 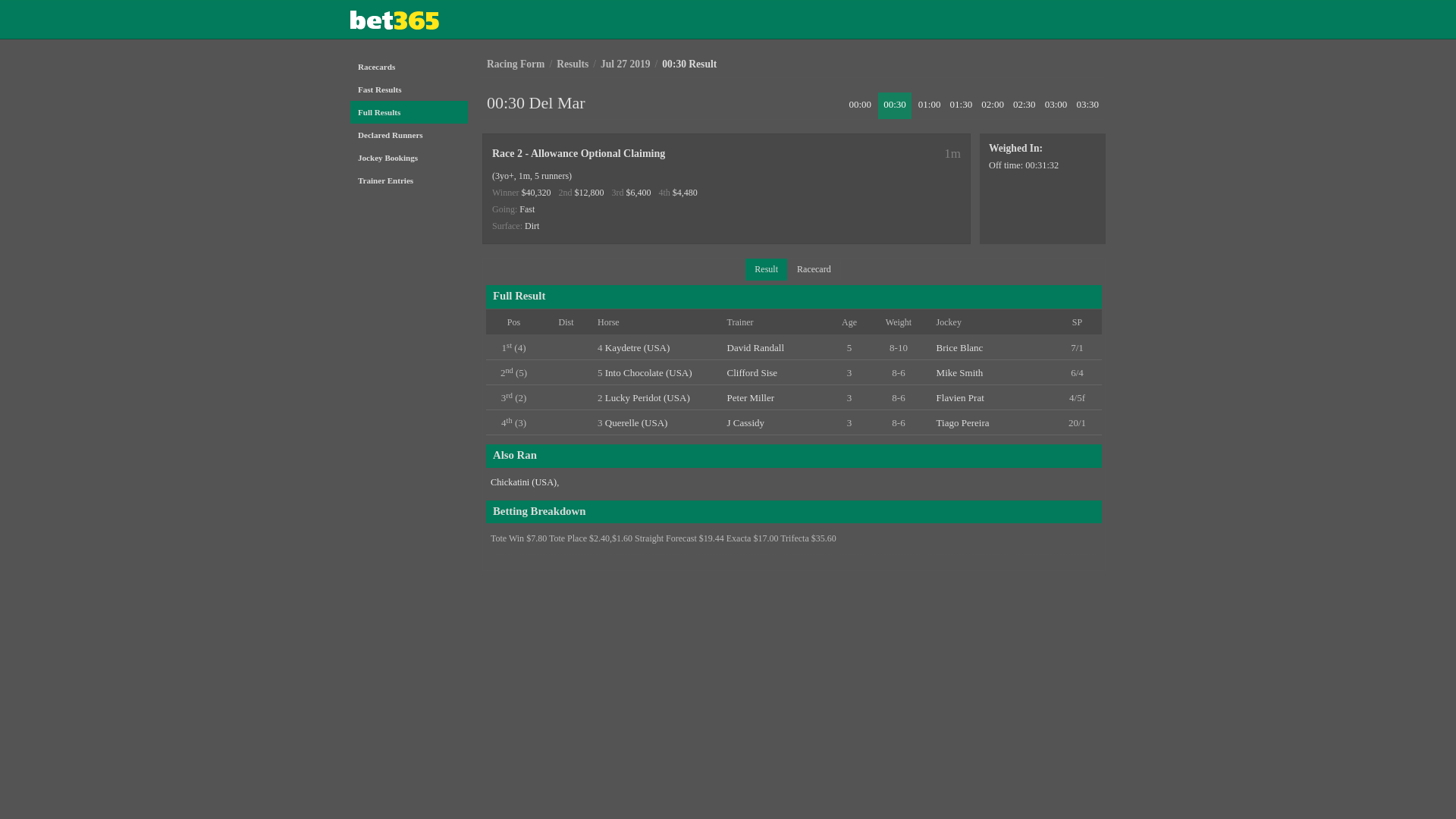 What do you see at coordinates (637, 347) in the screenshot?
I see `'Kaydetre (USA)'` at bounding box center [637, 347].